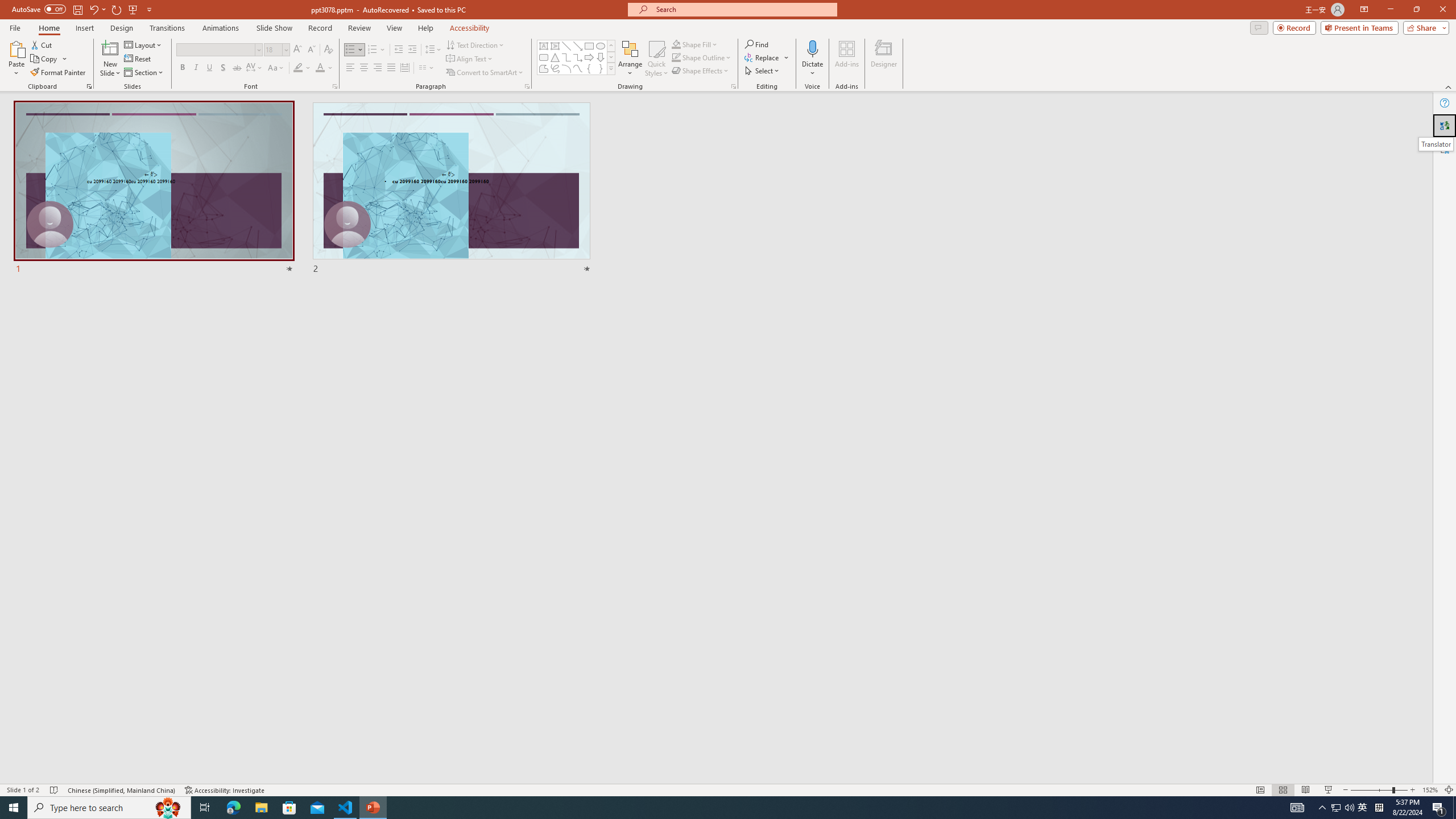  Describe the element at coordinates (676, 44) in the screenshot. I see `'Shape Fill Dark Green, Accent 2'` at that location.